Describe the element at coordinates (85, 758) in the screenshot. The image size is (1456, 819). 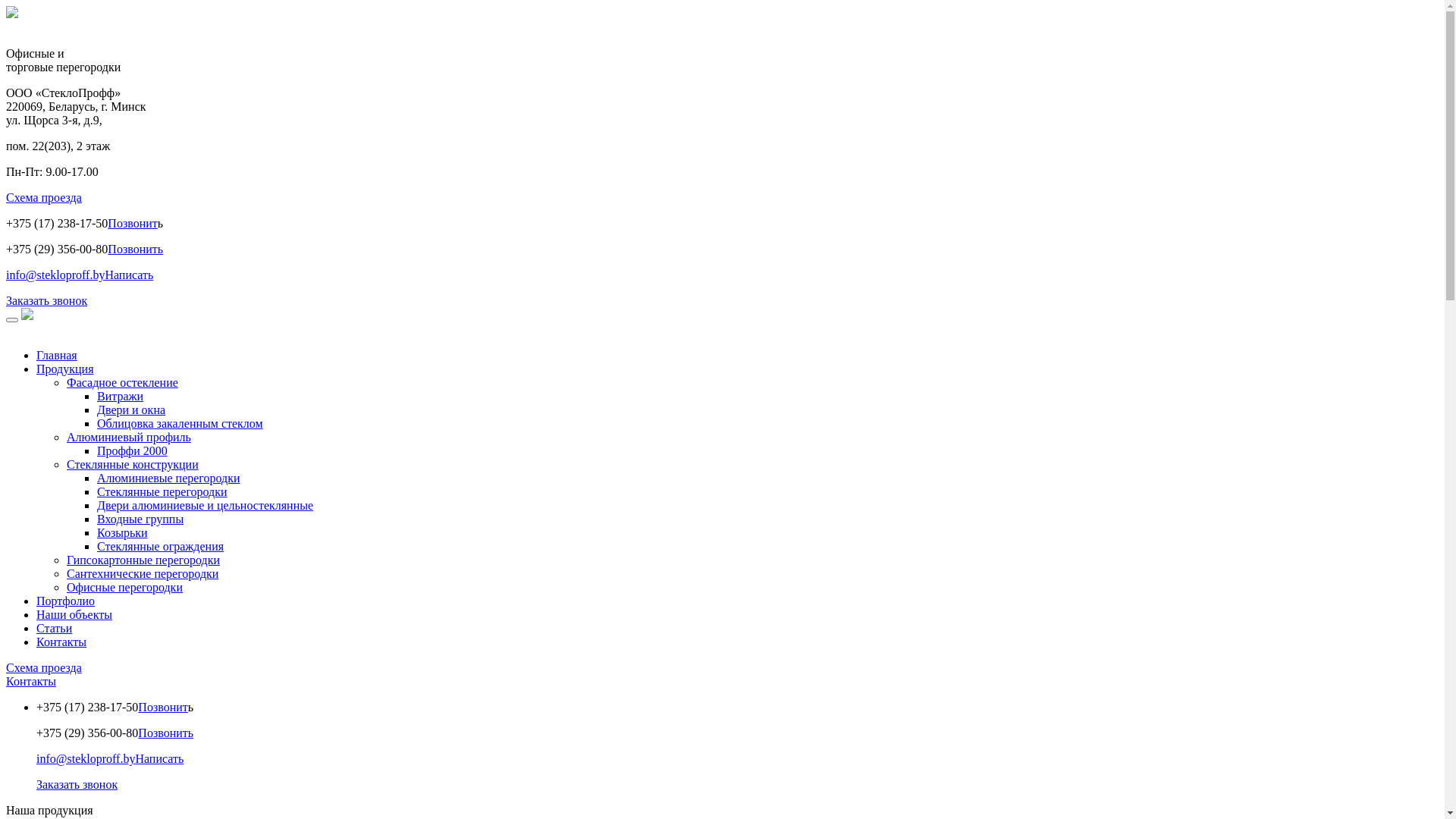
I see `'info@stekloproff.by'` at that location.